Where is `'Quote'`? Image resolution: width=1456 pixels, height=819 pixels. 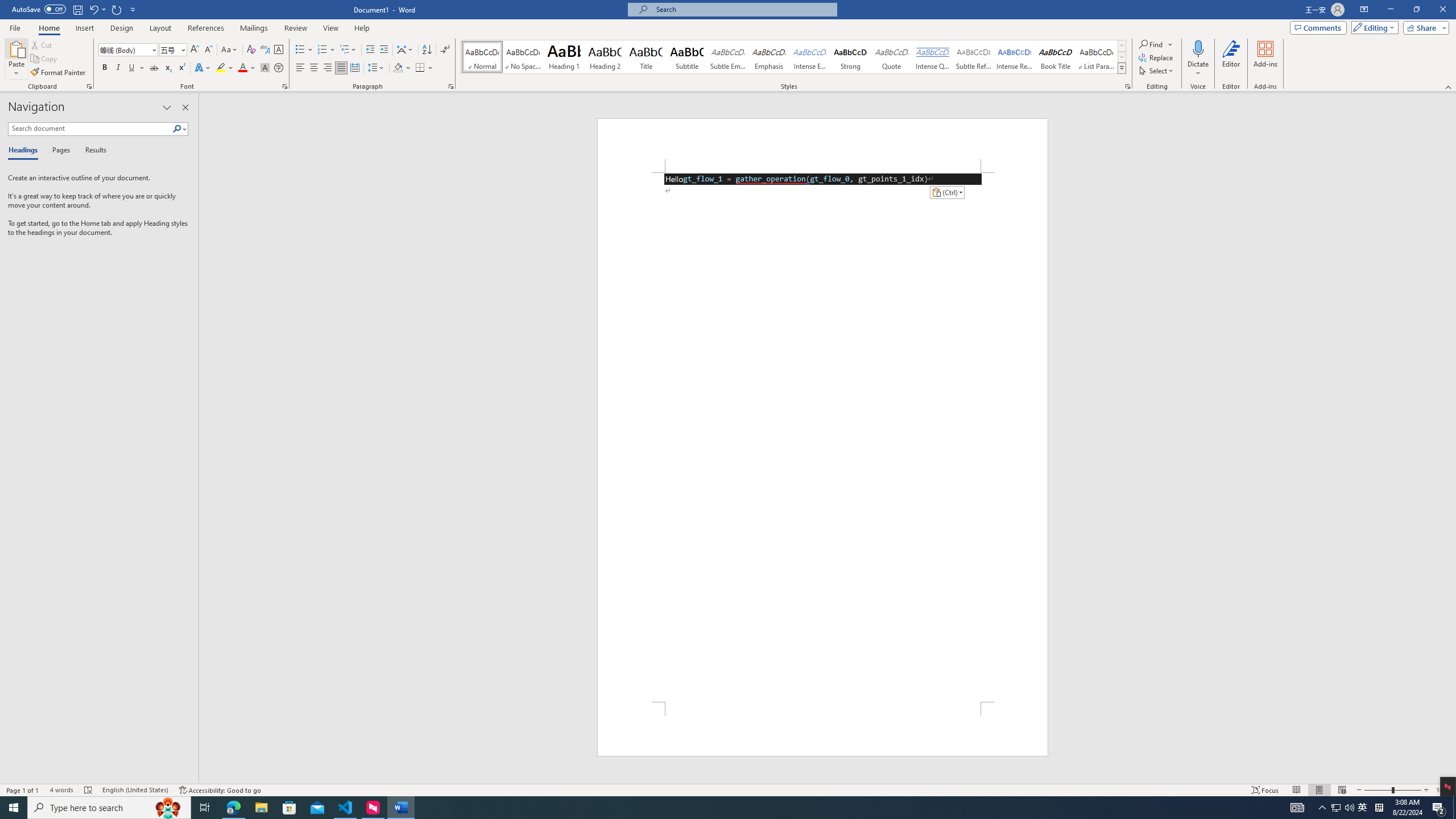 'Quote' is located at coordinates (892, 56).